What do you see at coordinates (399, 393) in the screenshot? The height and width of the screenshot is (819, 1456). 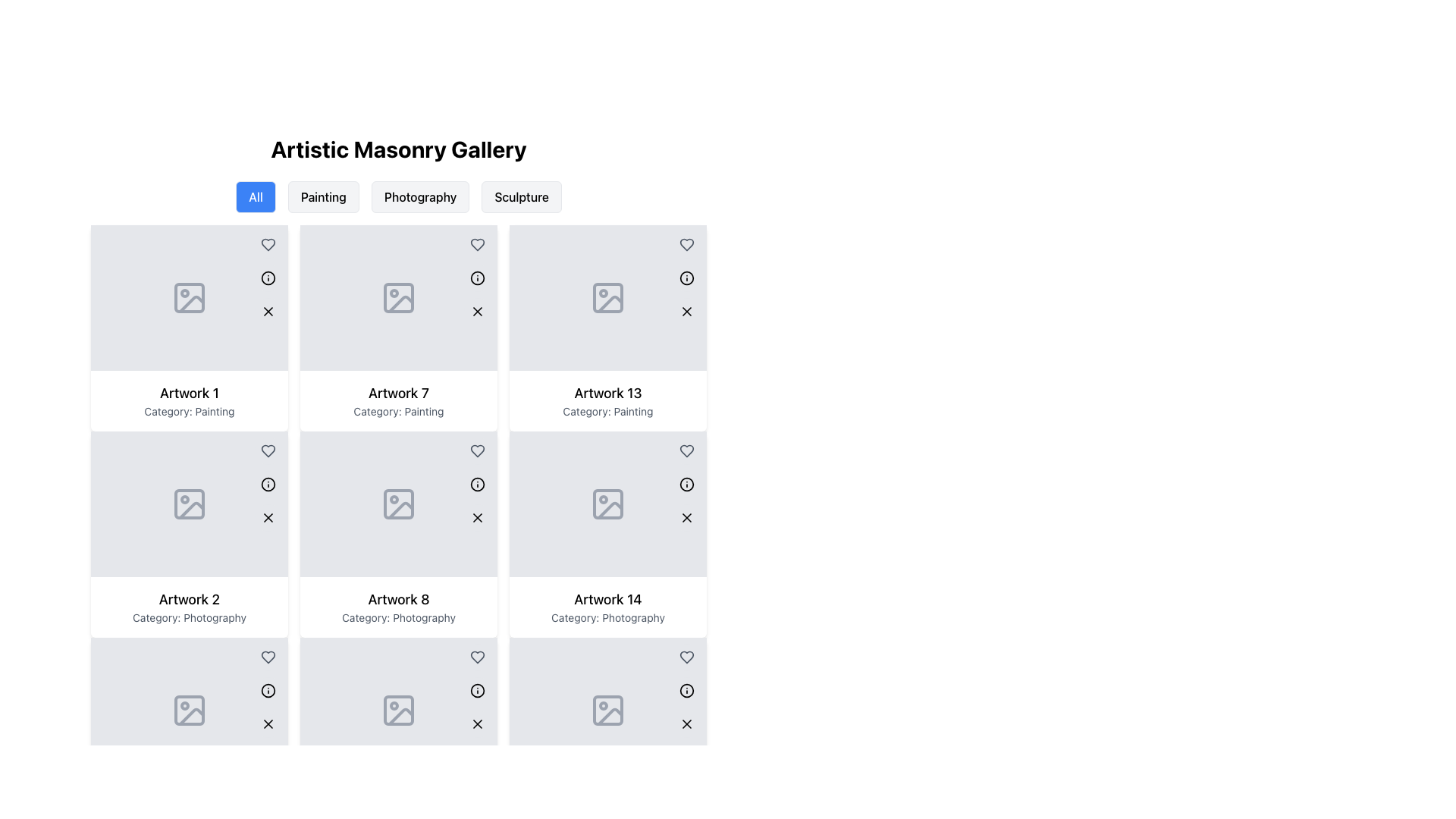 I see `the text label displaying 'Artwork 7', which is bold and larger-font, centrally located in the second column of the grid layout` at bounding box center [399, 393].